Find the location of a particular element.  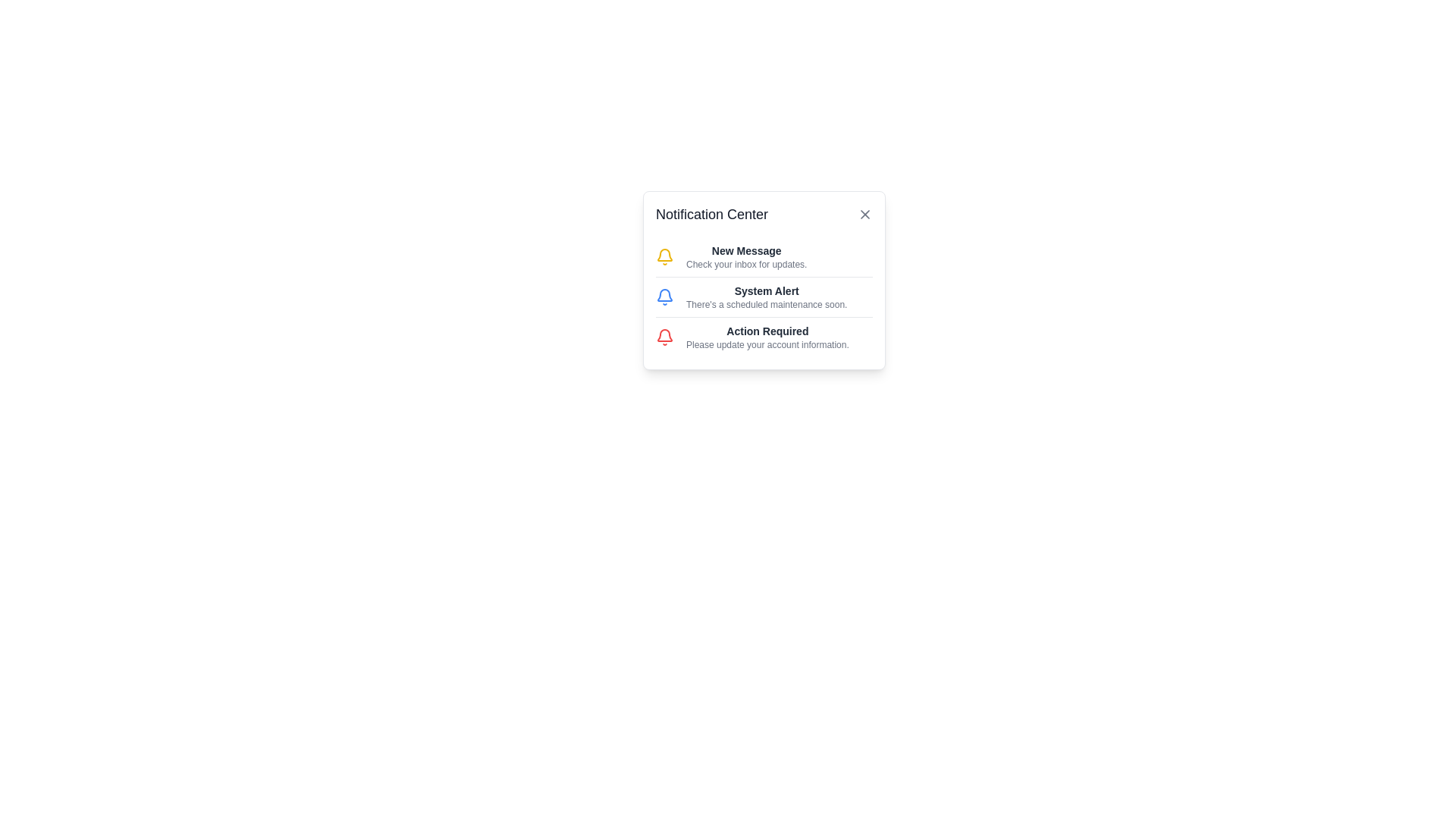

the second notification item within the 'Notification Center' dialog box, which contains a blue bell icon and the text 'There's a scheduled maintenance soon.' is located at coordinates (764, 281).